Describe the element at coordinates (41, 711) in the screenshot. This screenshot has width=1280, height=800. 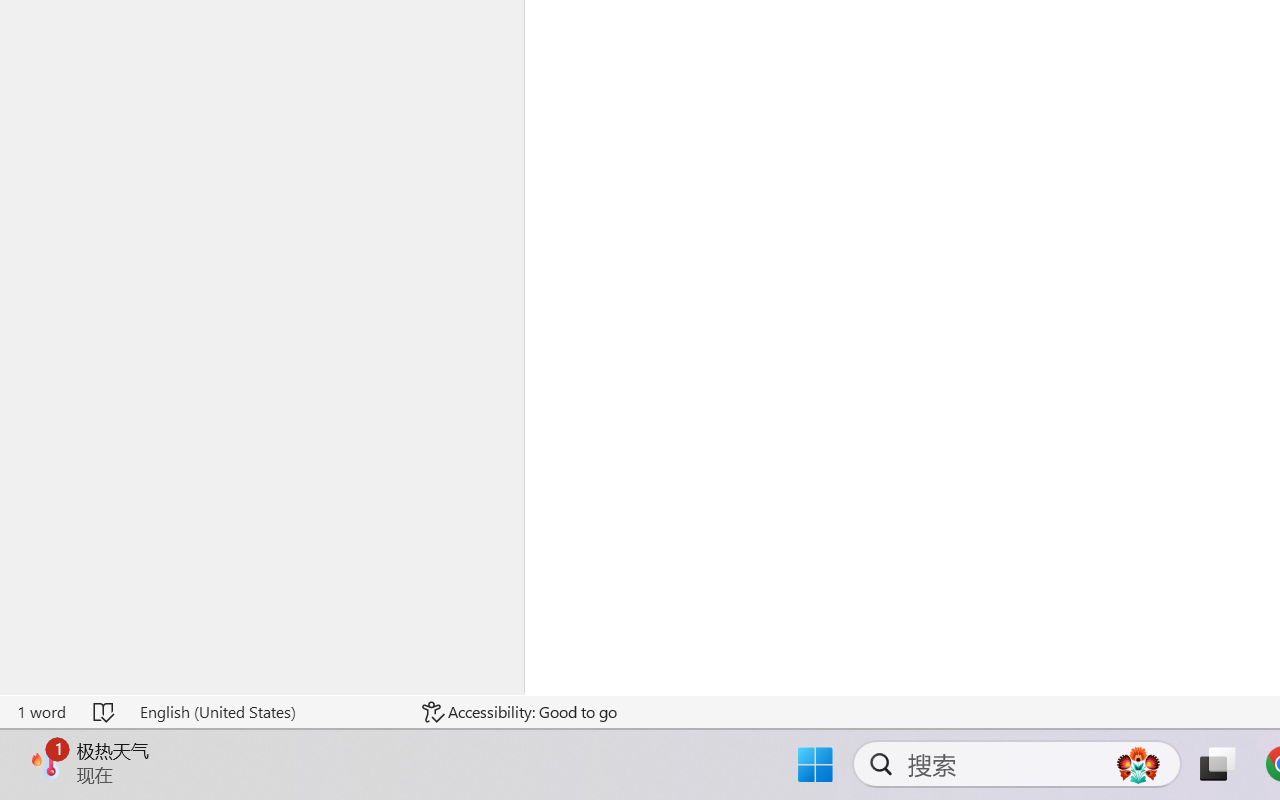
I see `'Word Count 1 word'` at that location.